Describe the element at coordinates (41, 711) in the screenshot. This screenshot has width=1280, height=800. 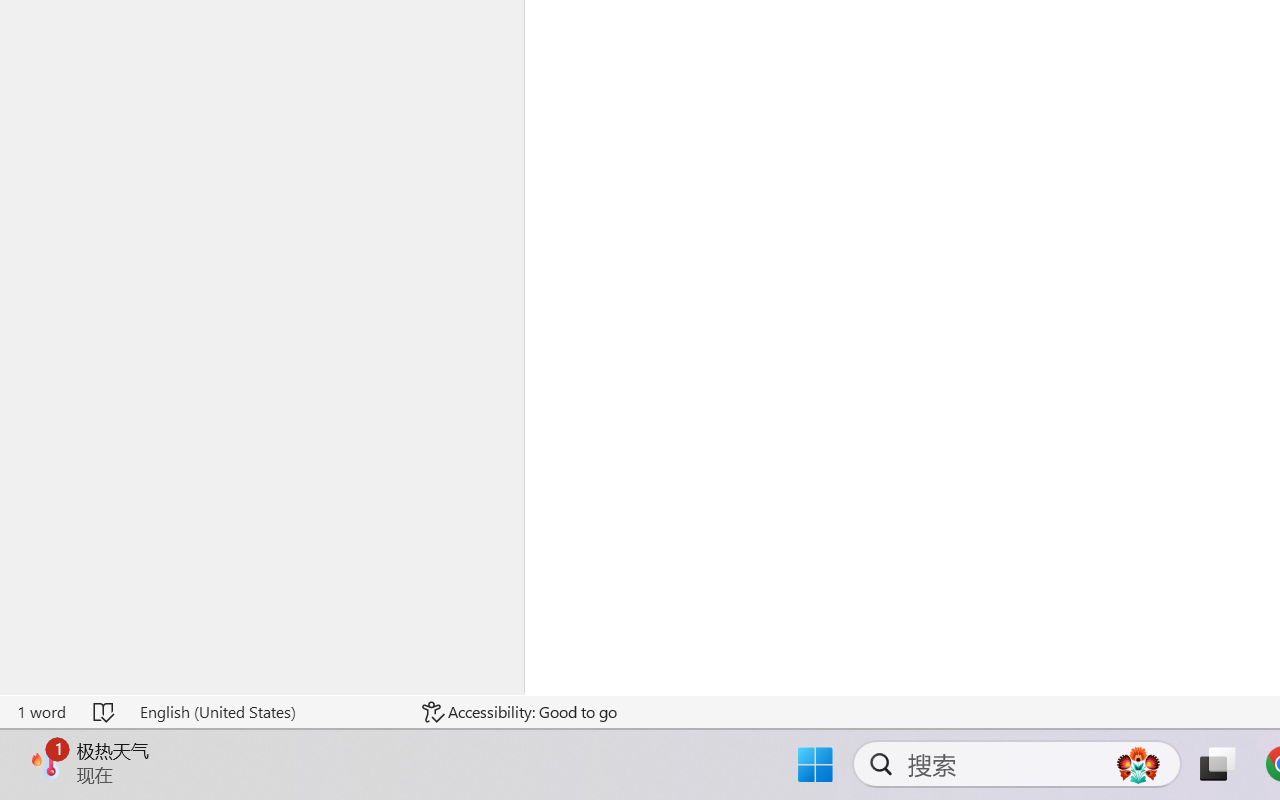
I see `'Word Count 1 word'` at that location.